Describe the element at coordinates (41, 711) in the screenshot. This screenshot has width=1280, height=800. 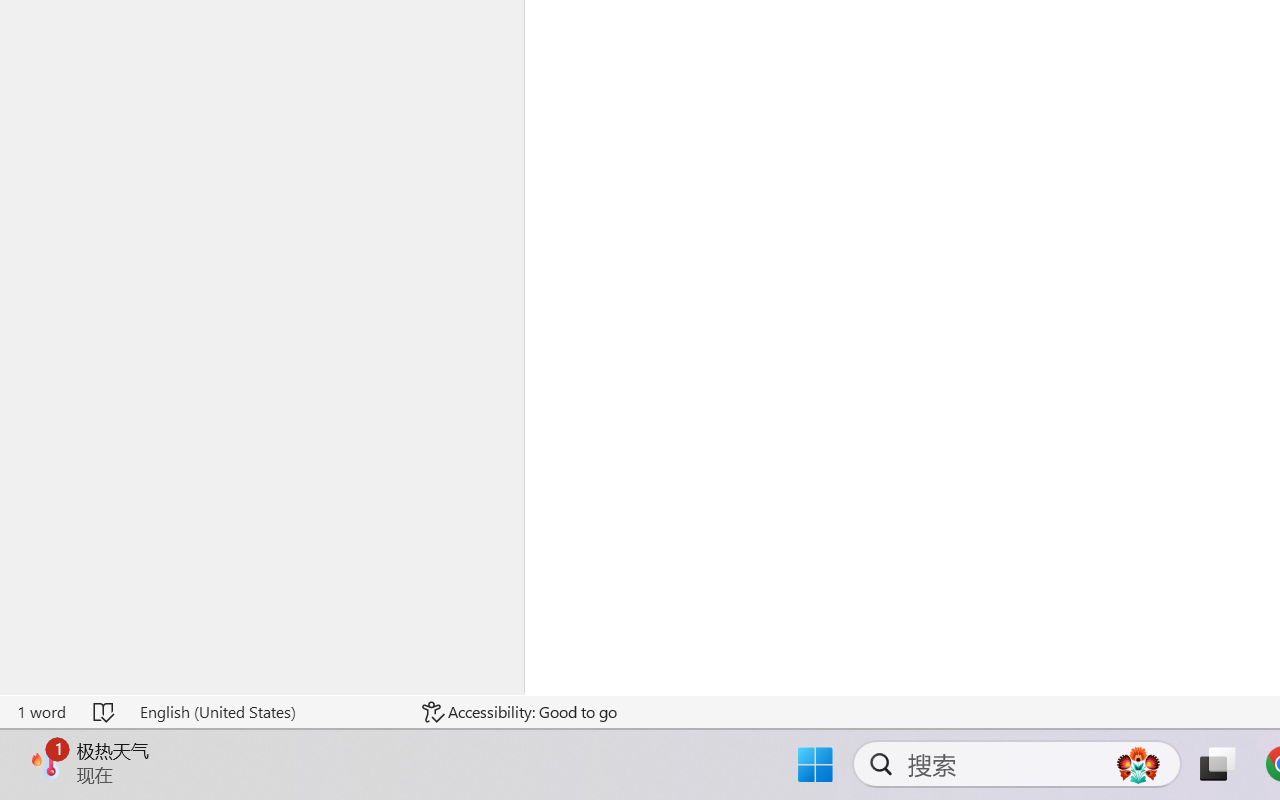
I see `'Word Count 1 word'` at that location.